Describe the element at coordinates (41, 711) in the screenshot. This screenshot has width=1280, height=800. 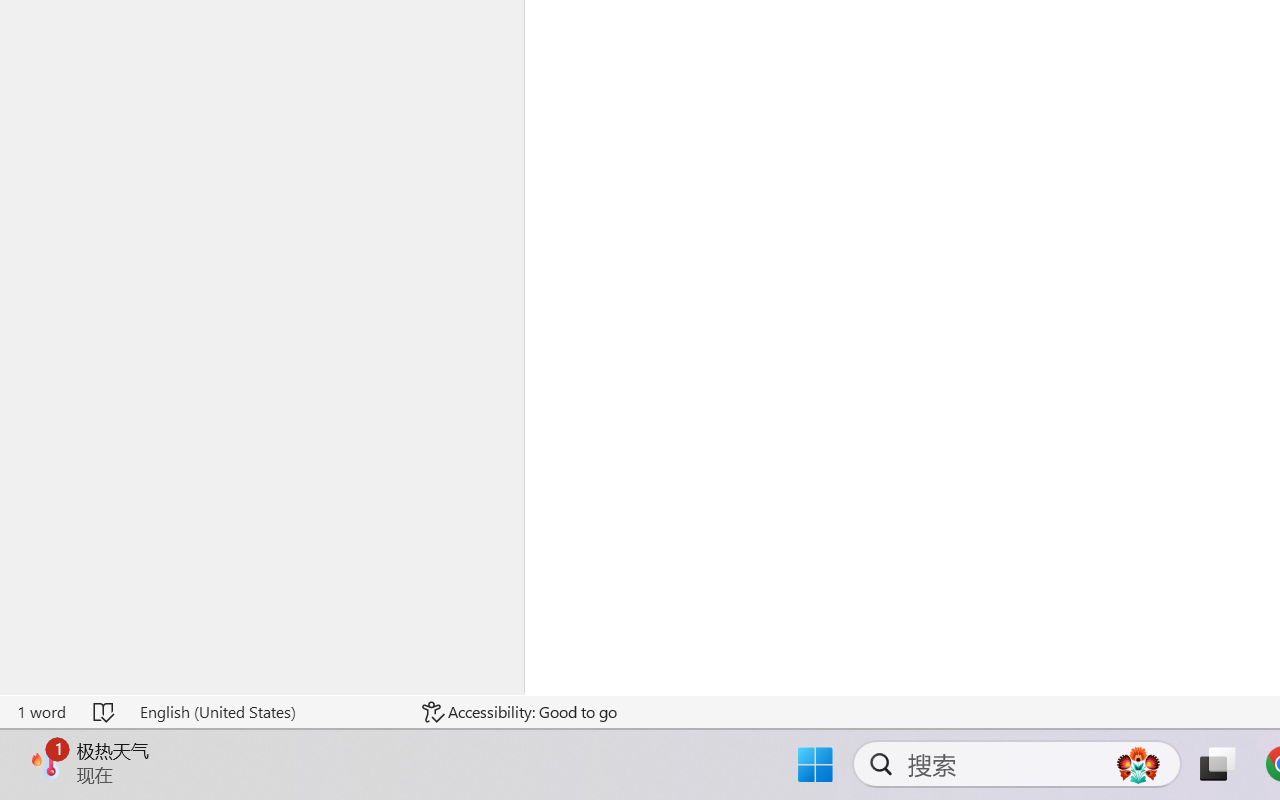
I see `'Word Count 1 word'` at that location.